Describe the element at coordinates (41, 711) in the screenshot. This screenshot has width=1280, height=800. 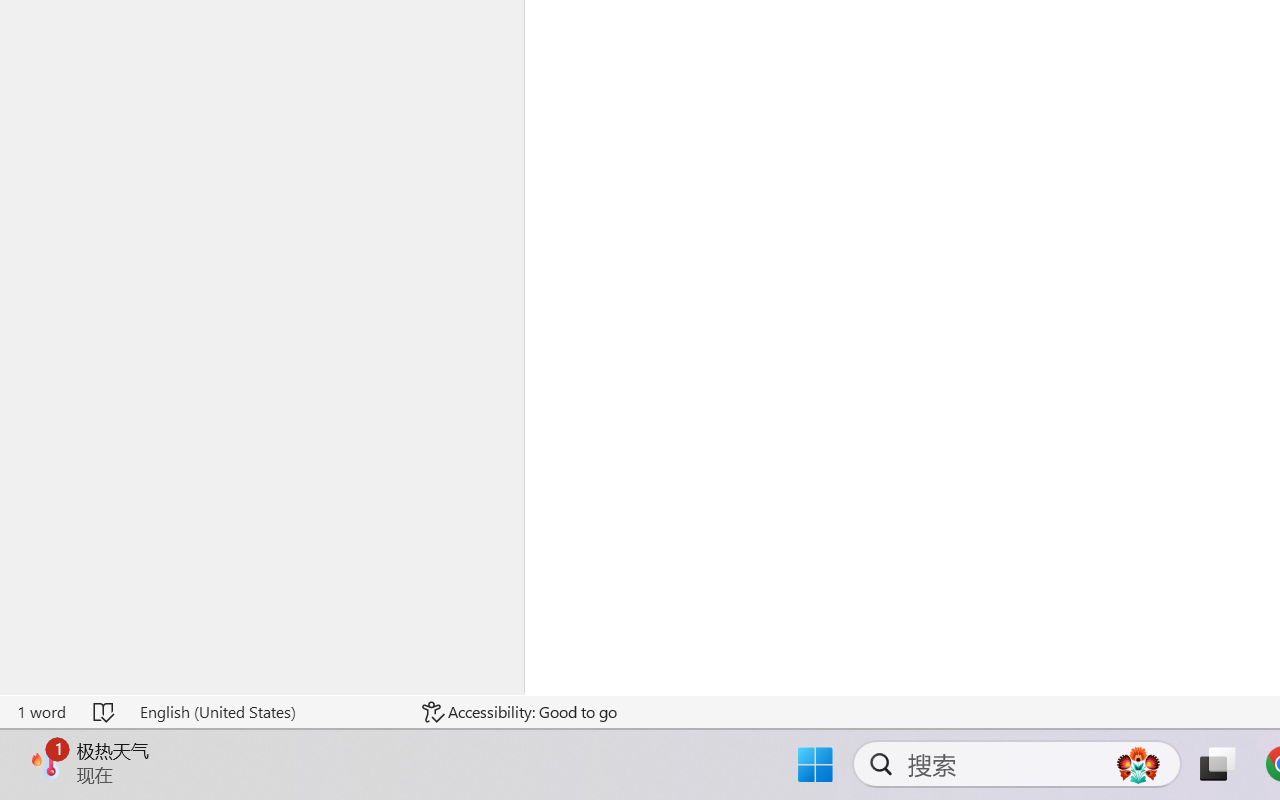
I see `'Word Count 1 word'` at that location.